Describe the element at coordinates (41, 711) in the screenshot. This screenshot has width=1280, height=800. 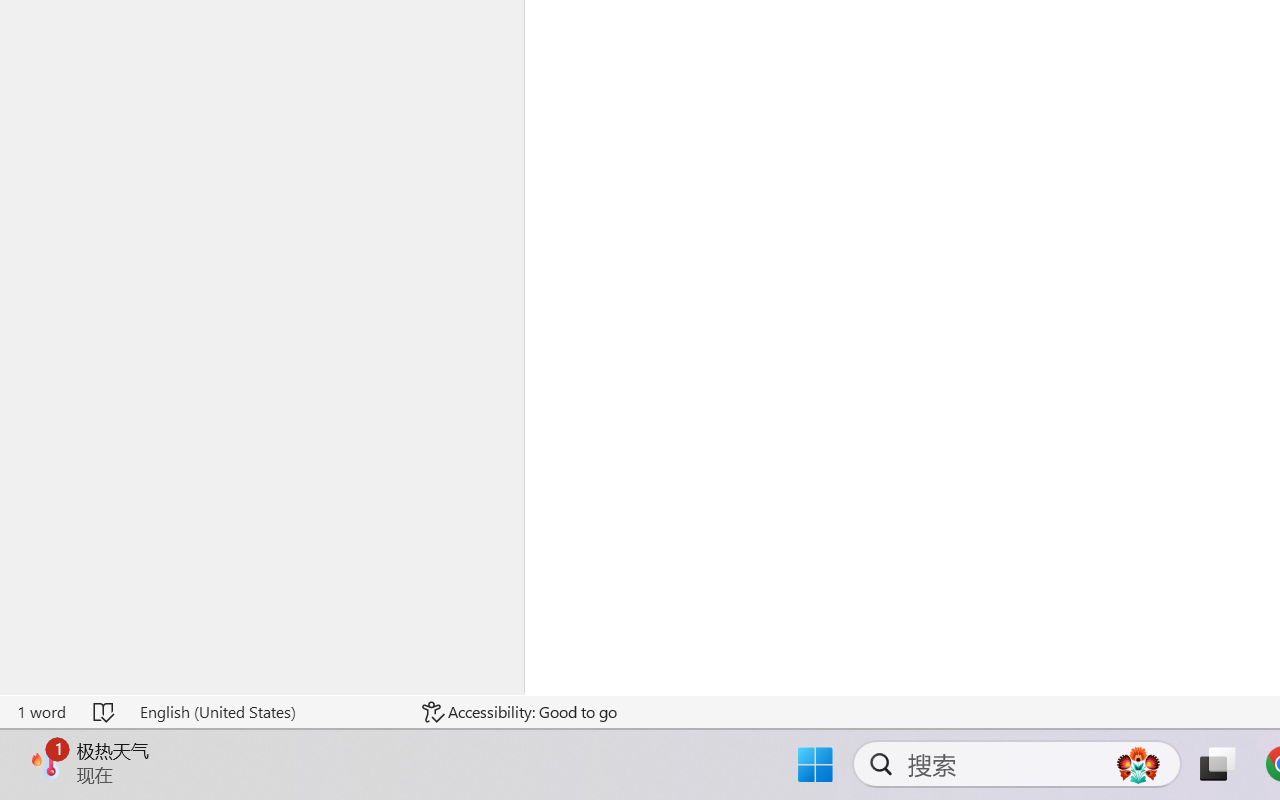
I see `'Word Count 1 word'` at that location.